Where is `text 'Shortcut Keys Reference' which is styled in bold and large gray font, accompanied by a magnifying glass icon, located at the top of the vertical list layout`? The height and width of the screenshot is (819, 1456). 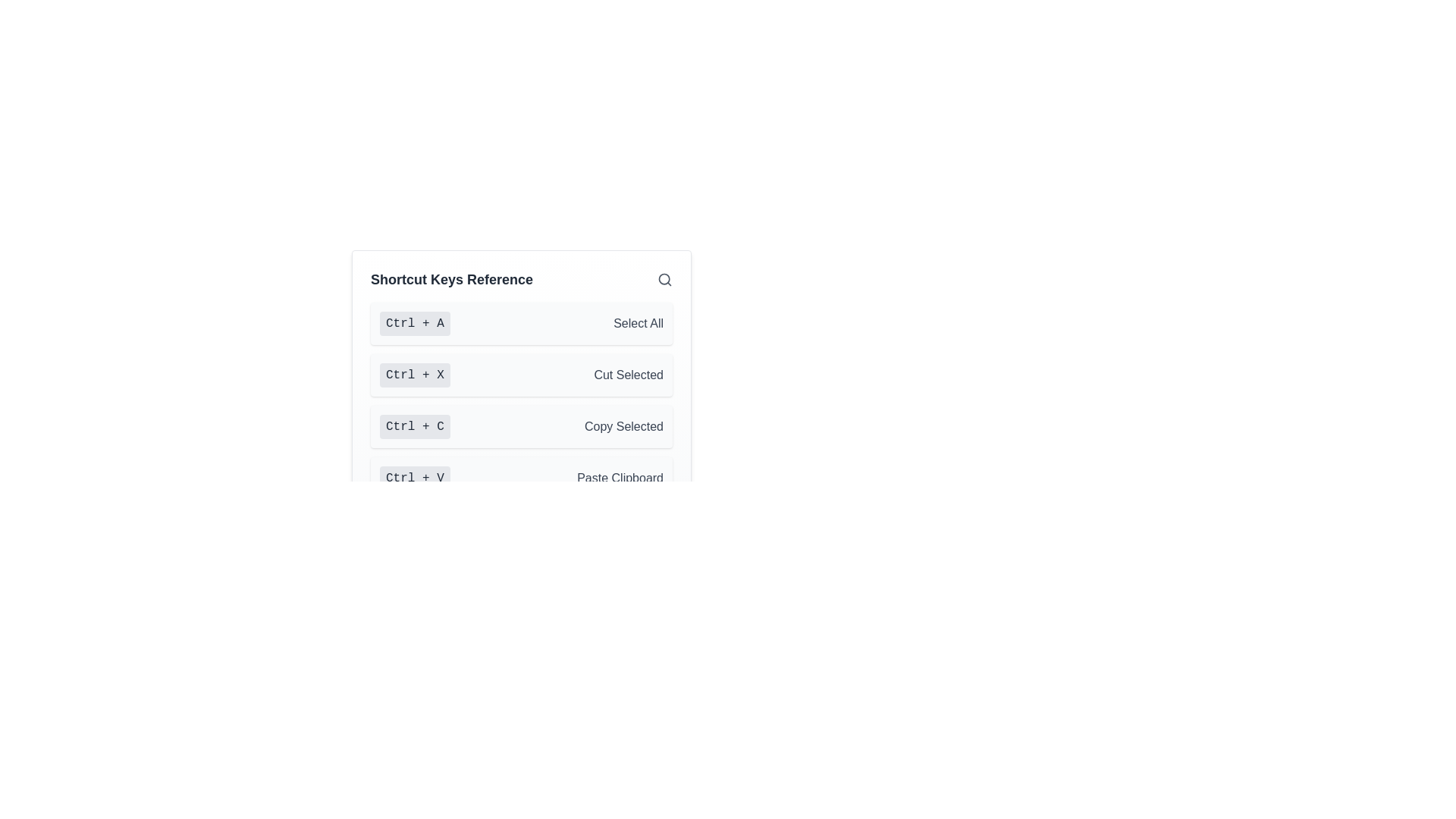 text 'Shortcut Keys Reference' which is styled in bold and large gray font, accompanied by a magnifying glass icon, located at the top of the vertical list layout is located at coordinates (521, 280).